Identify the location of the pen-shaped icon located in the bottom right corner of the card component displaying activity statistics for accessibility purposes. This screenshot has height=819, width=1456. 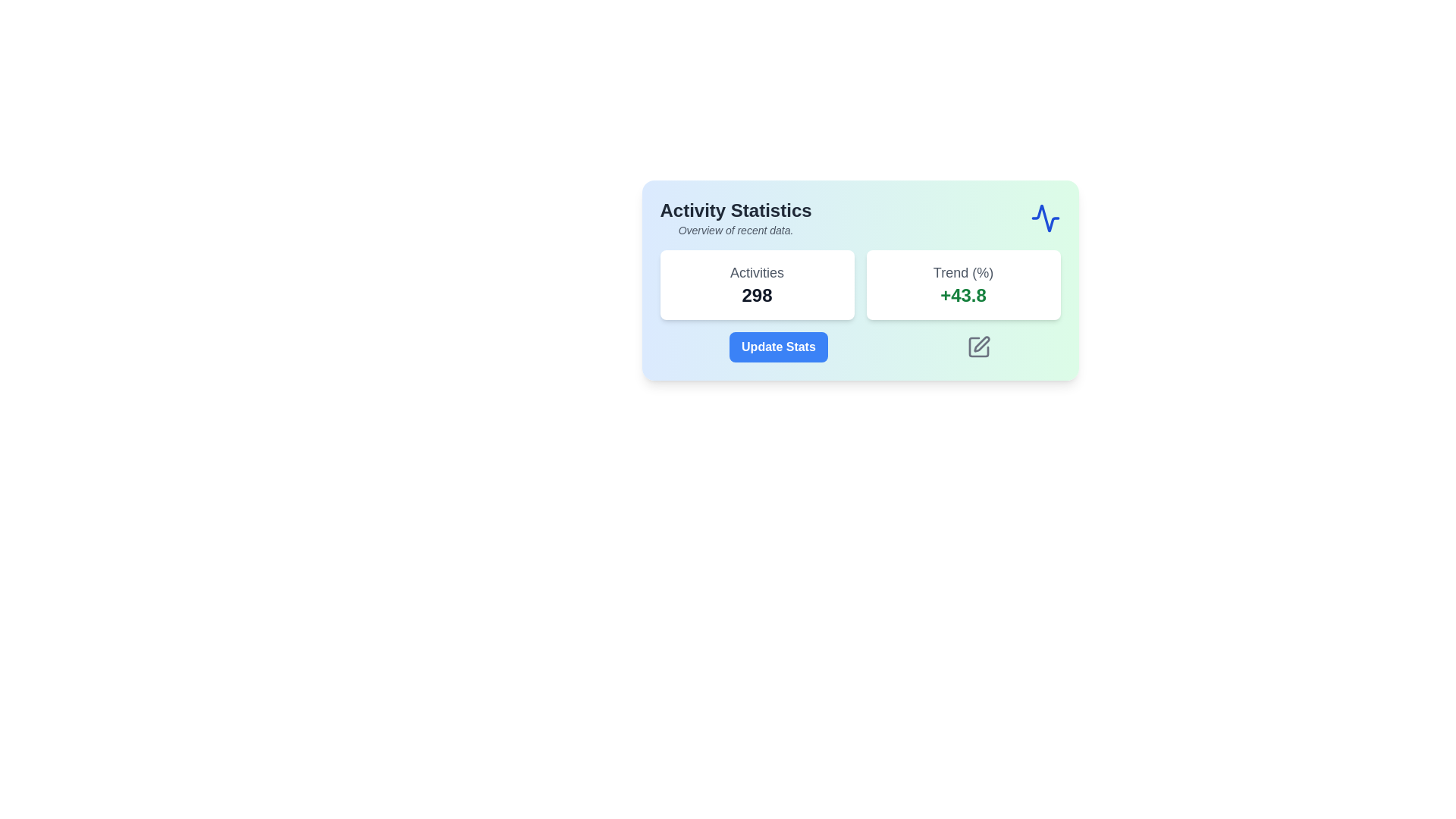
(981, 344).